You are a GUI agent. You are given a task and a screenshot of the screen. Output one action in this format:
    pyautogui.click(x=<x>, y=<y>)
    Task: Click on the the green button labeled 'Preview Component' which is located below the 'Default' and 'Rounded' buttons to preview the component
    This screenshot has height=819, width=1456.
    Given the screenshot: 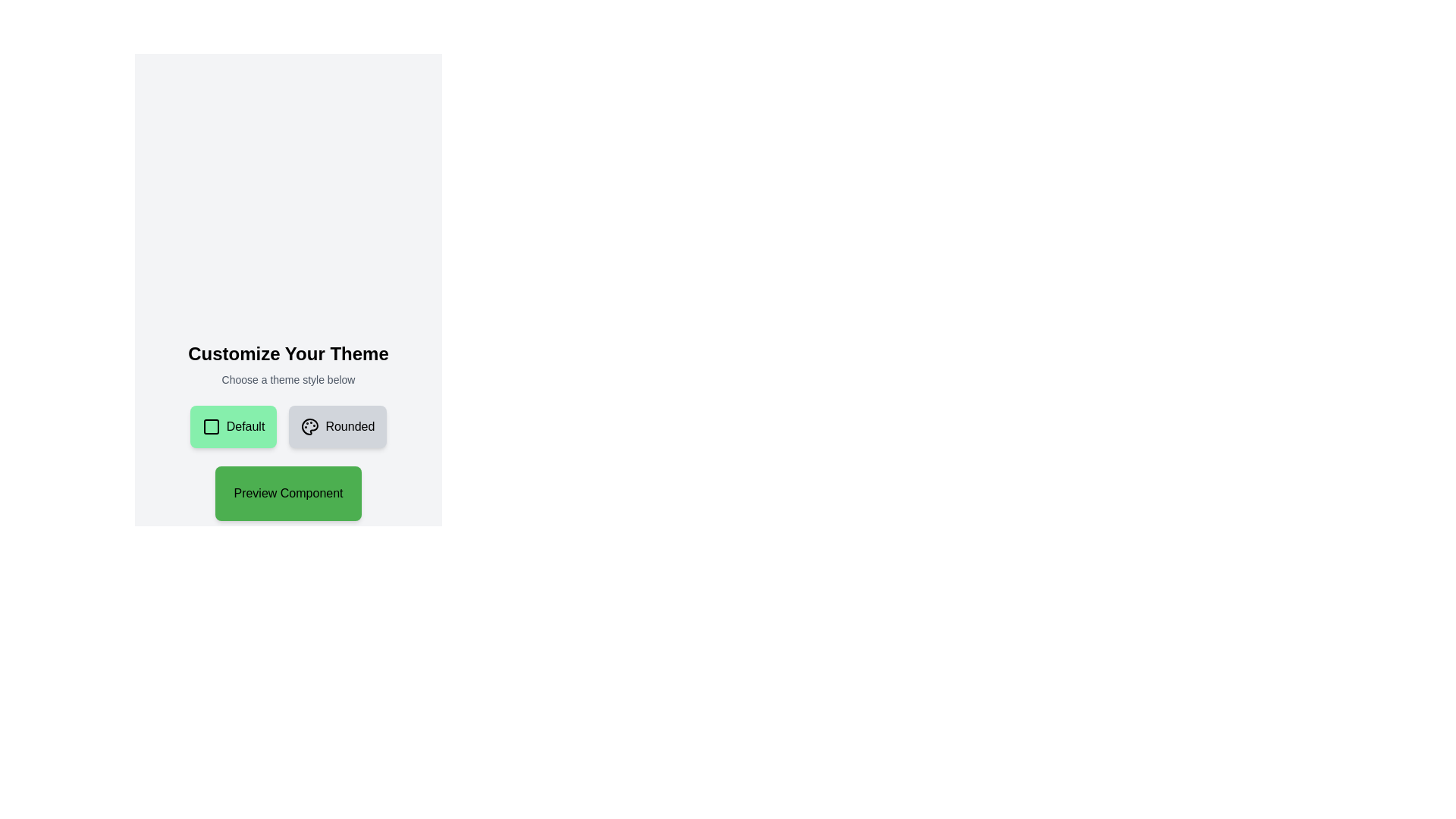 What is the action you would take?
    pyautogui.click(x=288, y=462)
    